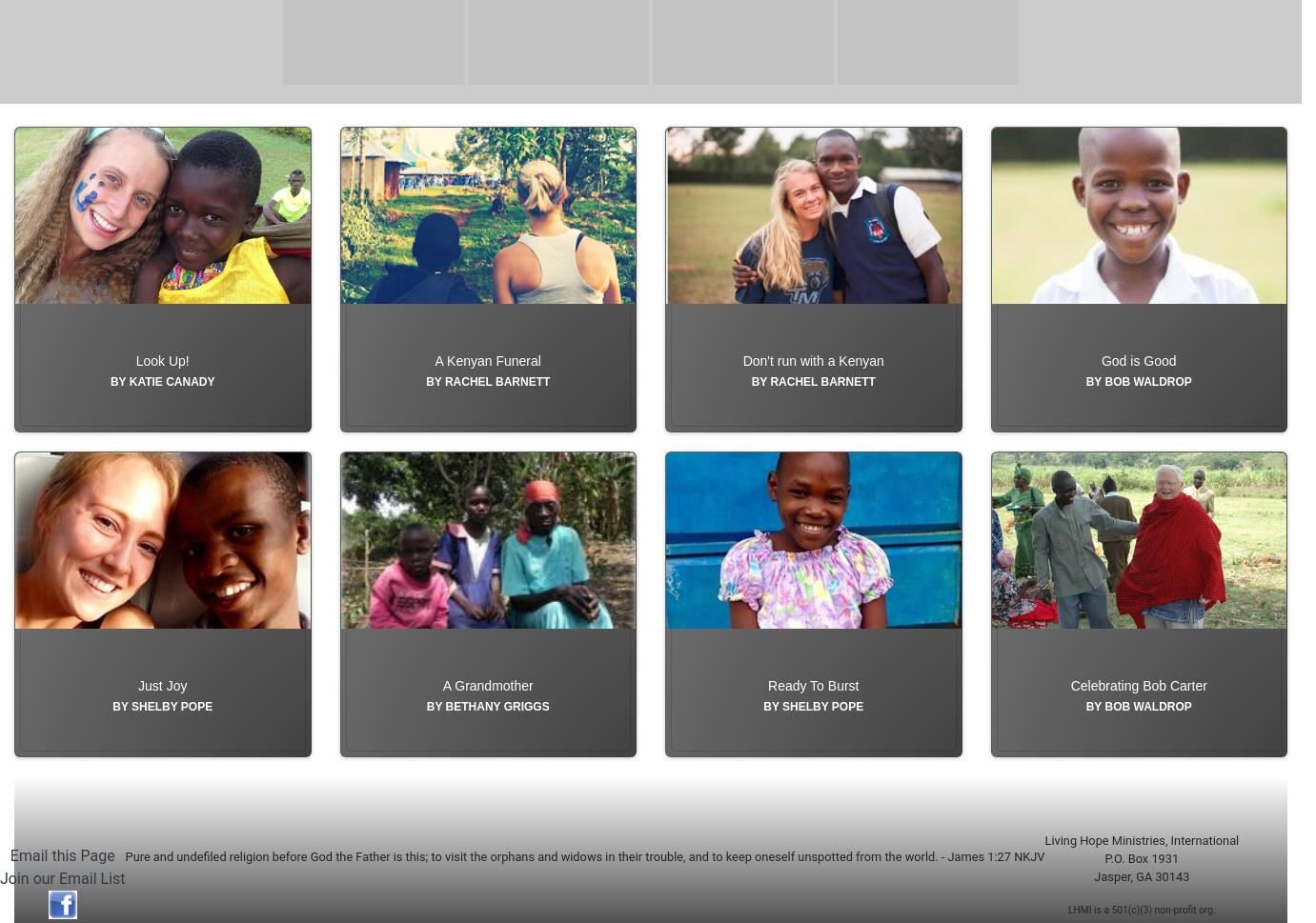 This screenshot has height=923, width=1316. What do you see at coordinates (8, 898) in the screenshot?
I see `'Email this Page'` at bounding box center [8, 898].